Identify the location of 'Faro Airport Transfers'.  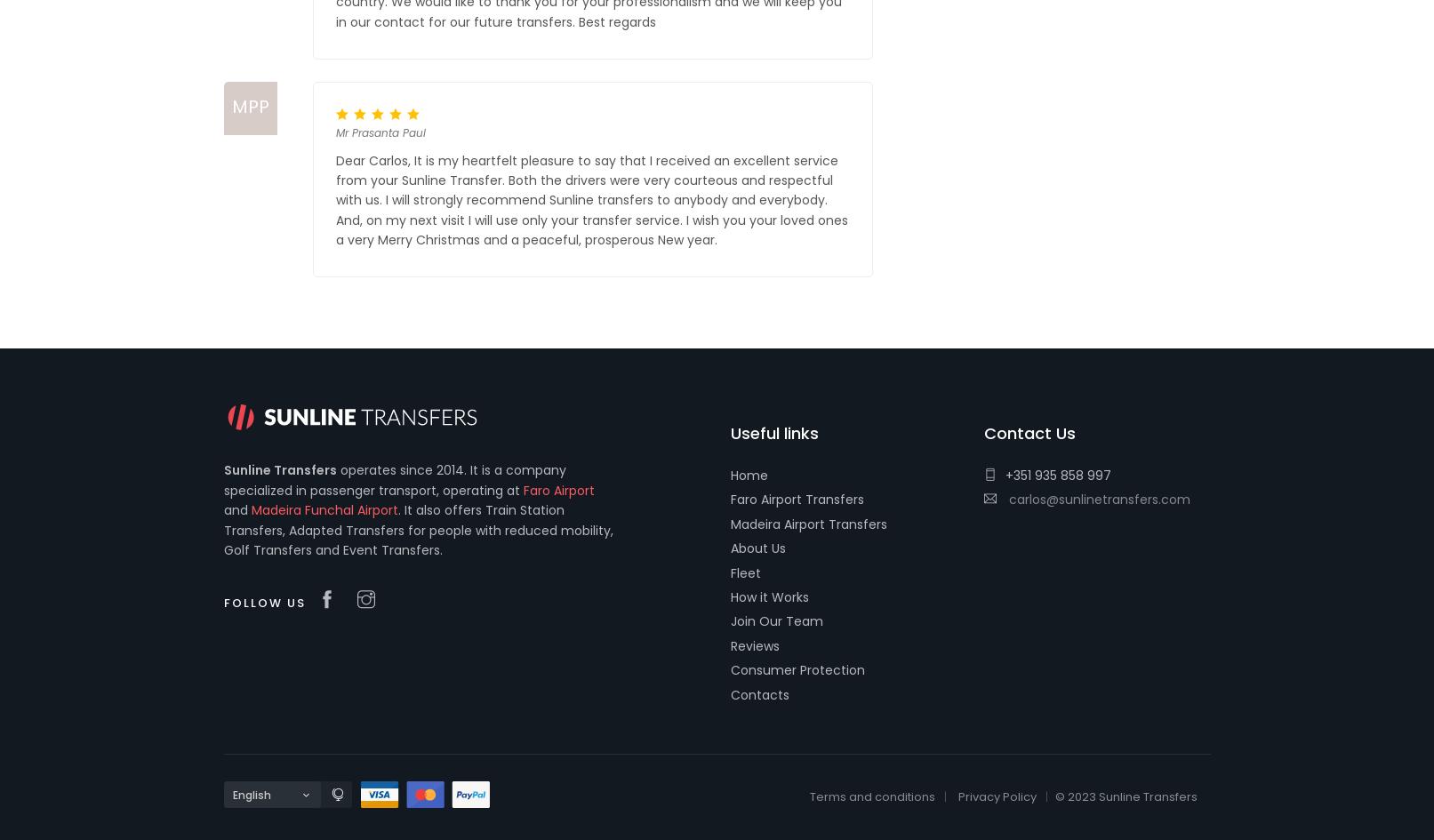
(797, 499).